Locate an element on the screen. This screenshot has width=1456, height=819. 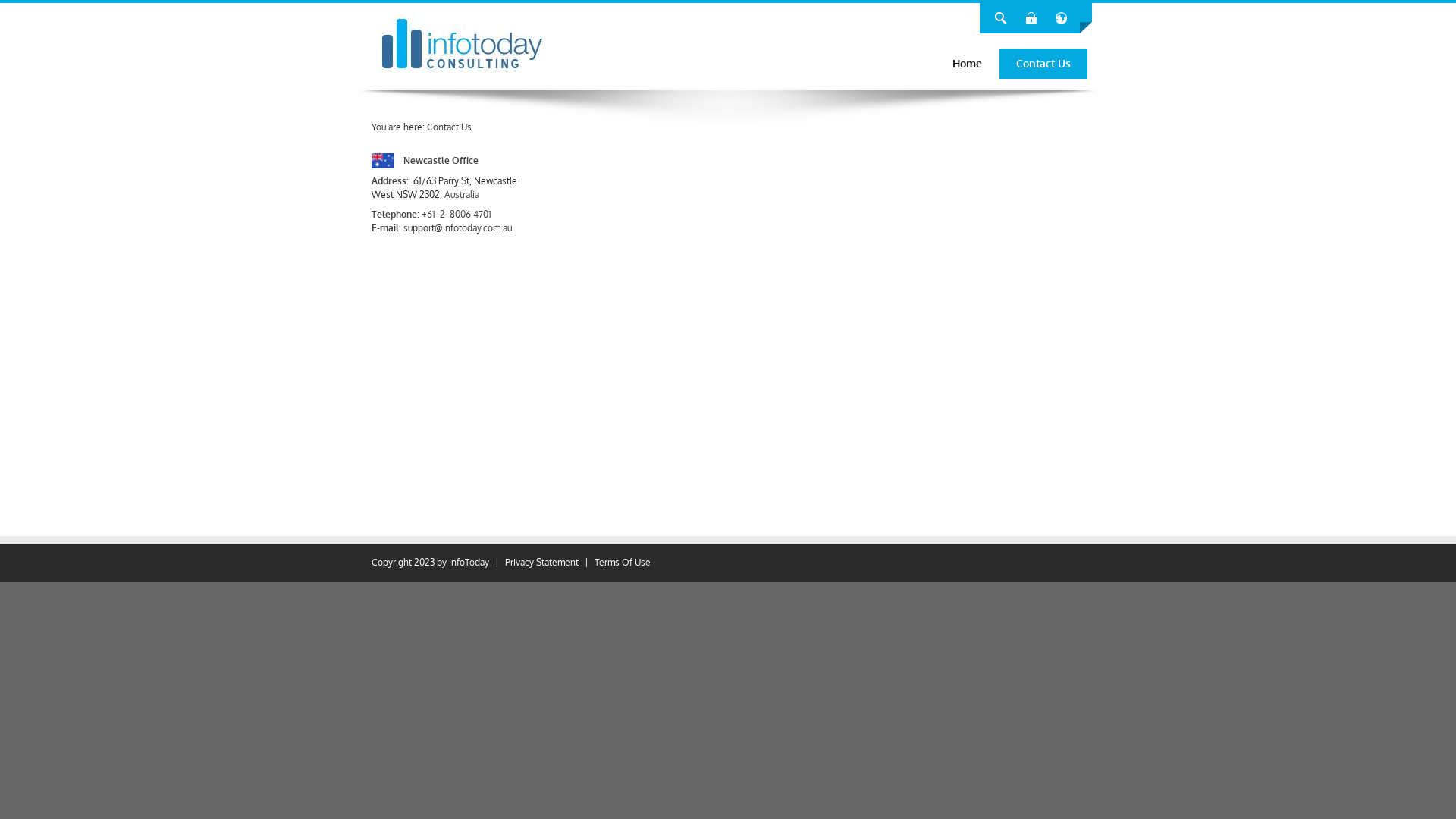
'Terms Of Use' is located at coordinates (622, 562).